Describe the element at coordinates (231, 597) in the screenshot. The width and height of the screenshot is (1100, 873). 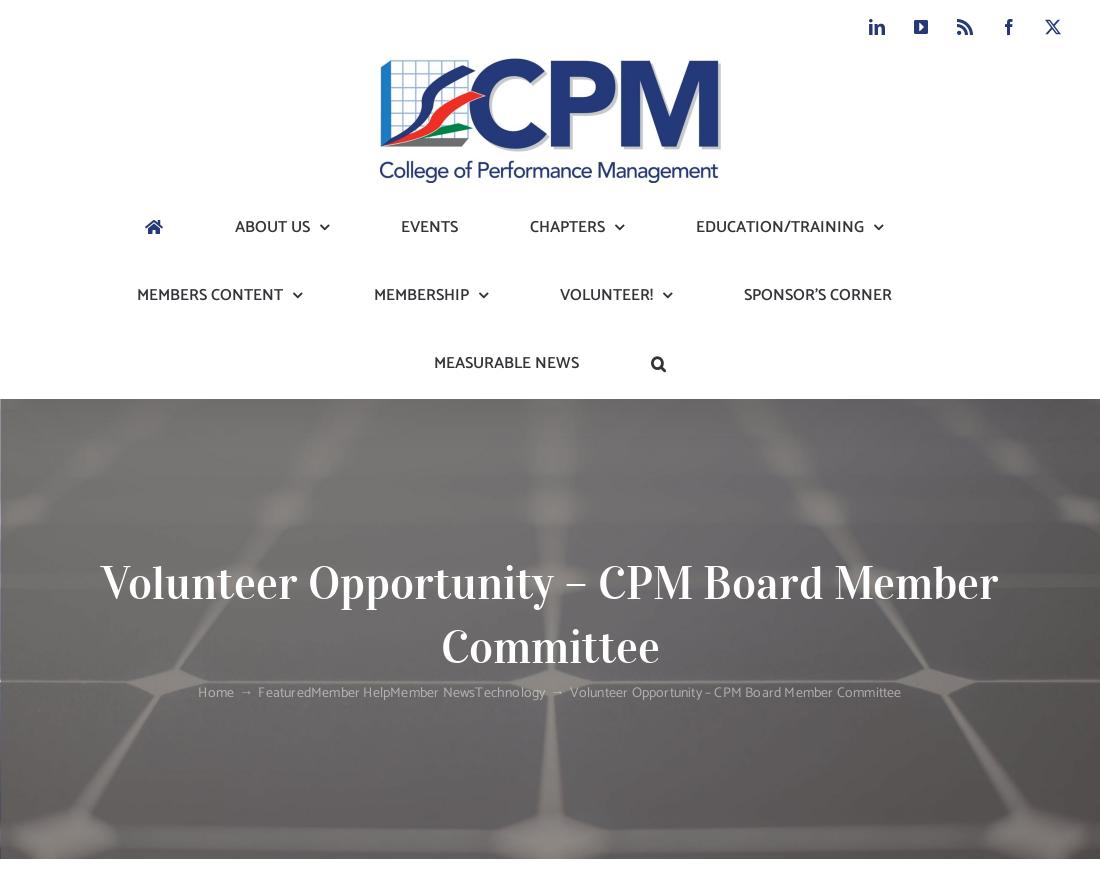
I see `'New CPM Document Library (members only access)'` at that location.